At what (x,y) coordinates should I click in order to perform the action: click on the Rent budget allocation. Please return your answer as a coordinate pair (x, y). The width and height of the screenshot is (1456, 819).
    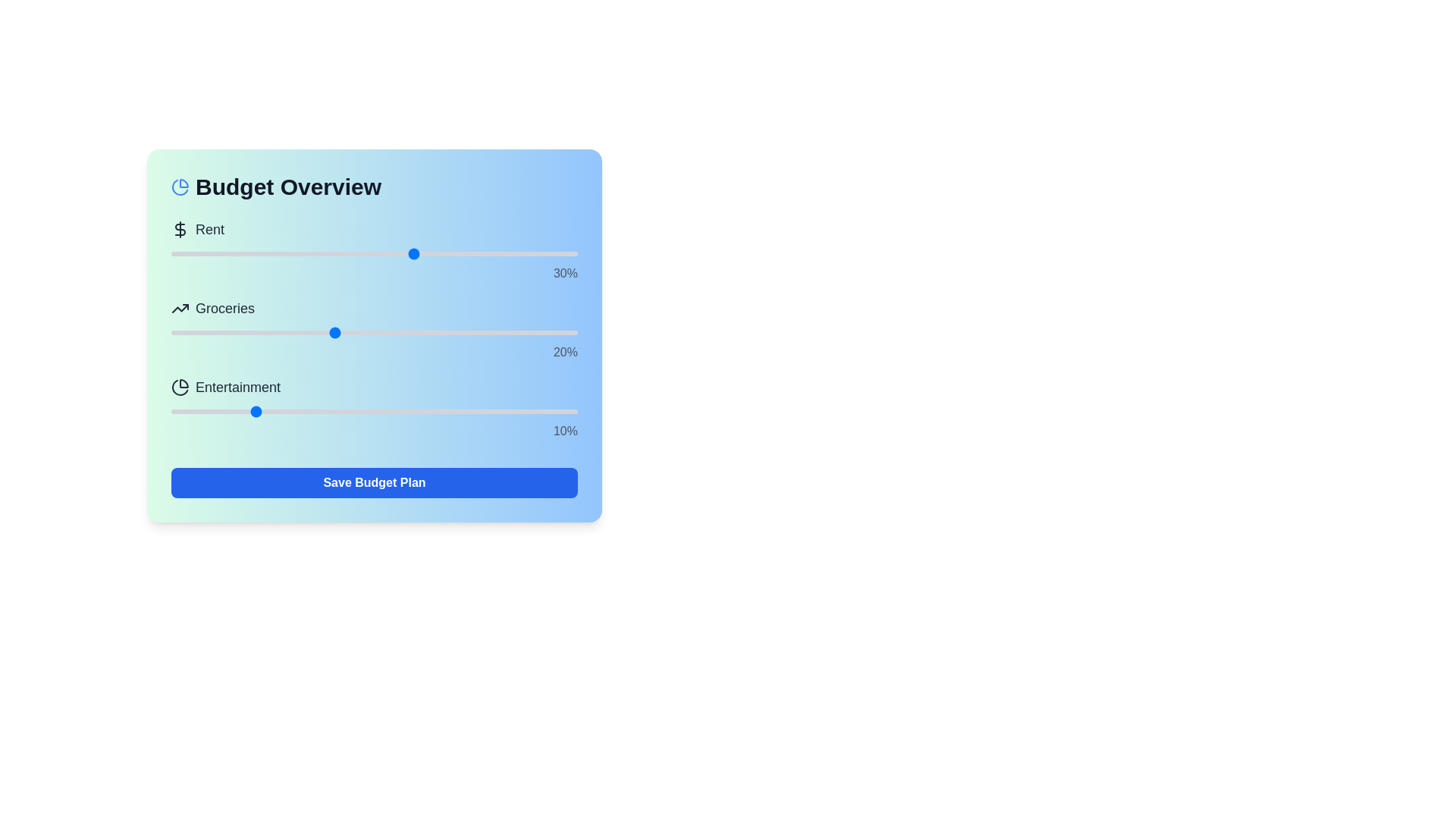
    Looking at the image, I should click on (520, 253).